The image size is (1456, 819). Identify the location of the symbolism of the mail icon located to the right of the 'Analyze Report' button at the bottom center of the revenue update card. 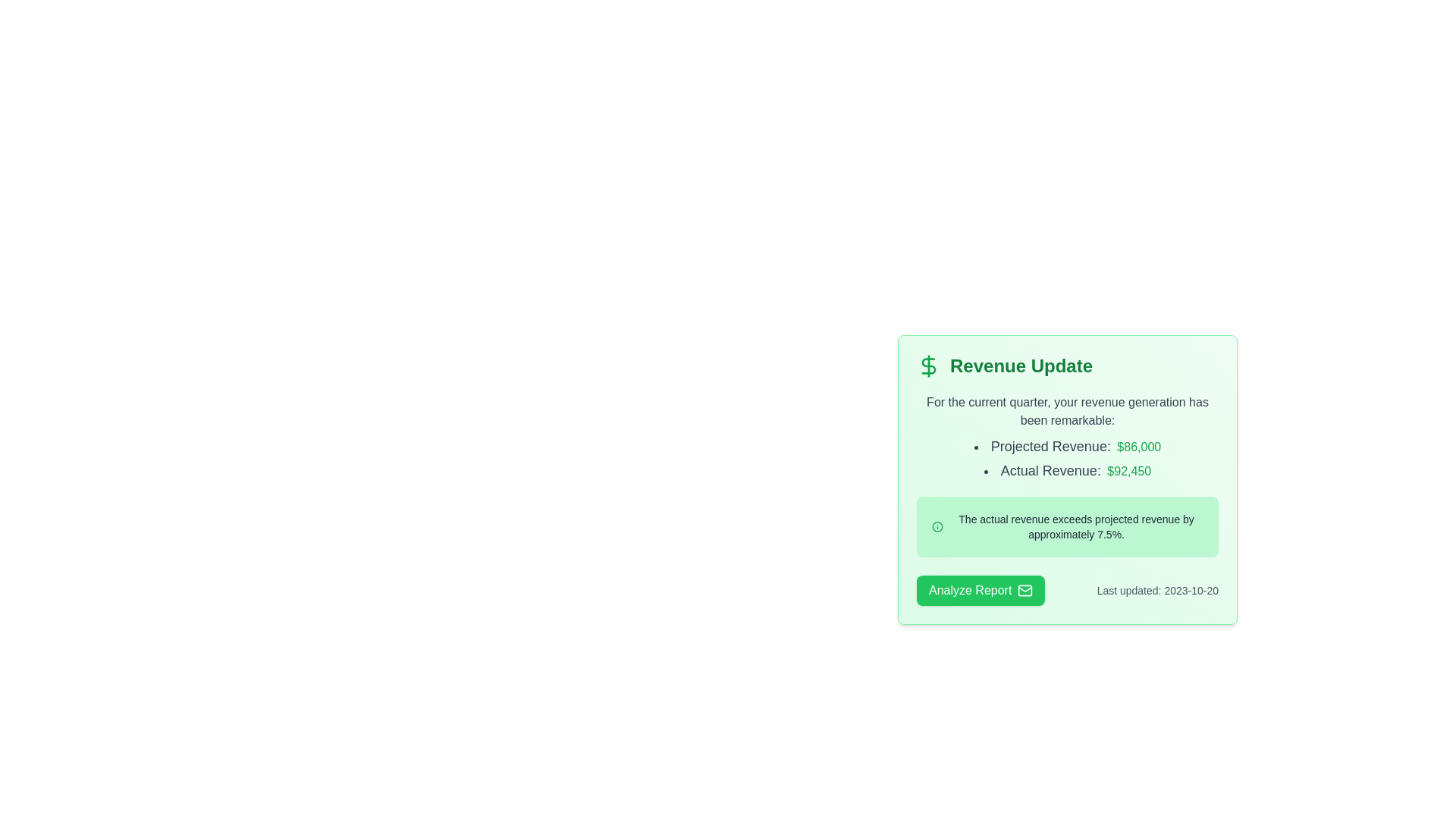
(1025, 590).